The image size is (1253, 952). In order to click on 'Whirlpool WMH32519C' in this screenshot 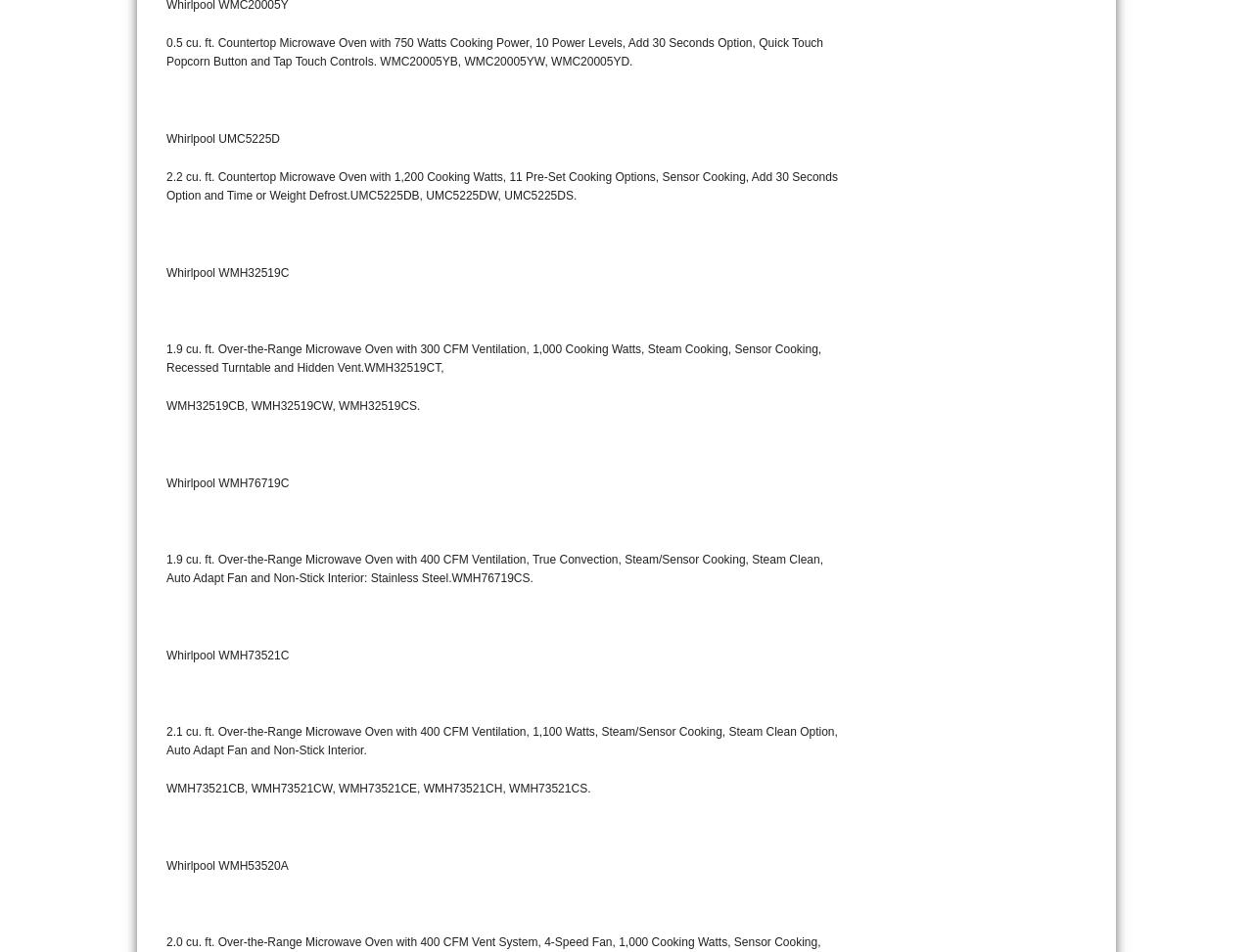, I will do `click(165, 270)`.